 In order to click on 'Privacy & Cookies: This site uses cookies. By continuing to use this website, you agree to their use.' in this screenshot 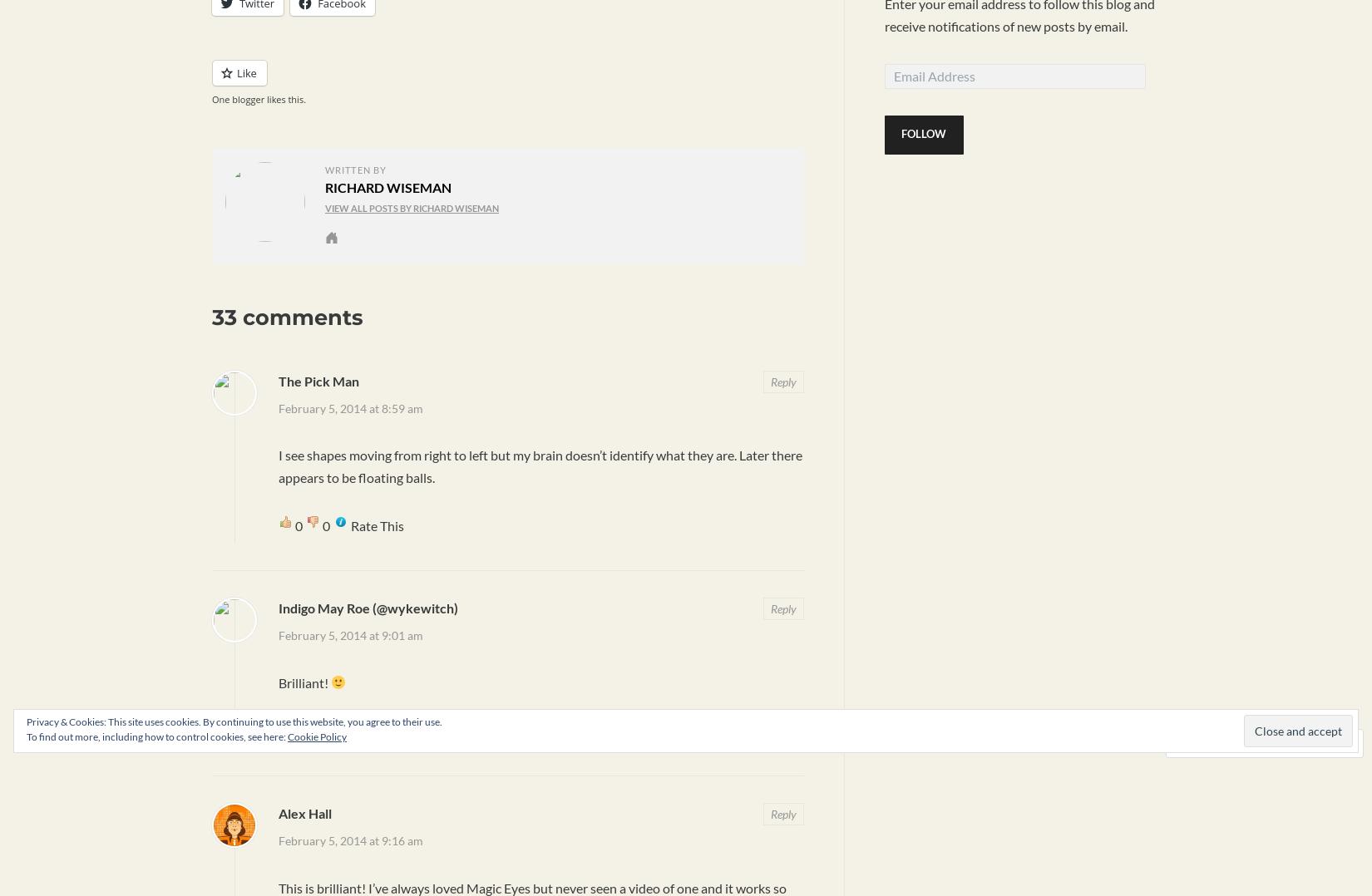, I will do `click(234, 721)`.